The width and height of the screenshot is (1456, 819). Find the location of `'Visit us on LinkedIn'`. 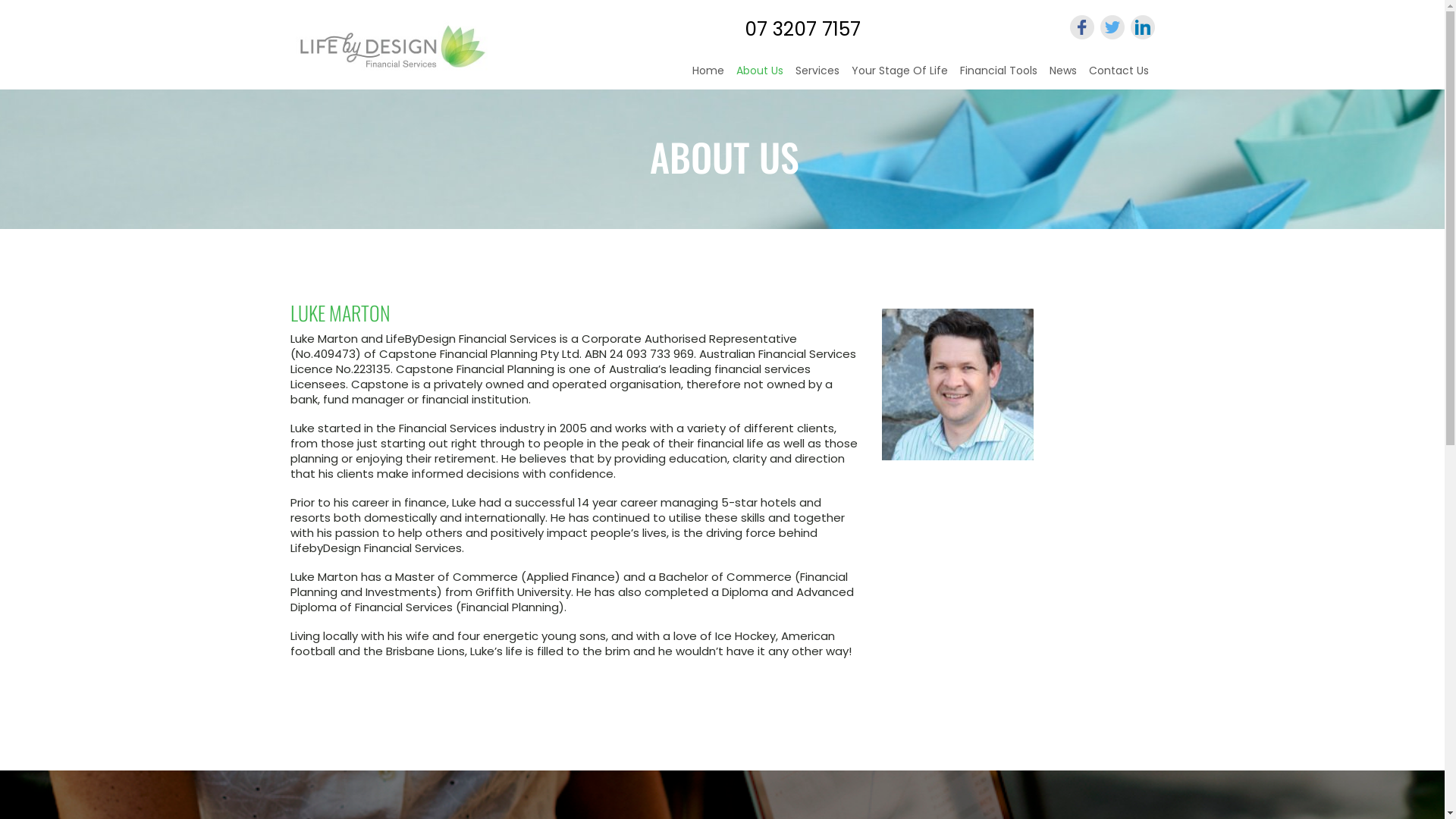

'Visit us on LinkedIn' is located at coordinates (1142, 27).